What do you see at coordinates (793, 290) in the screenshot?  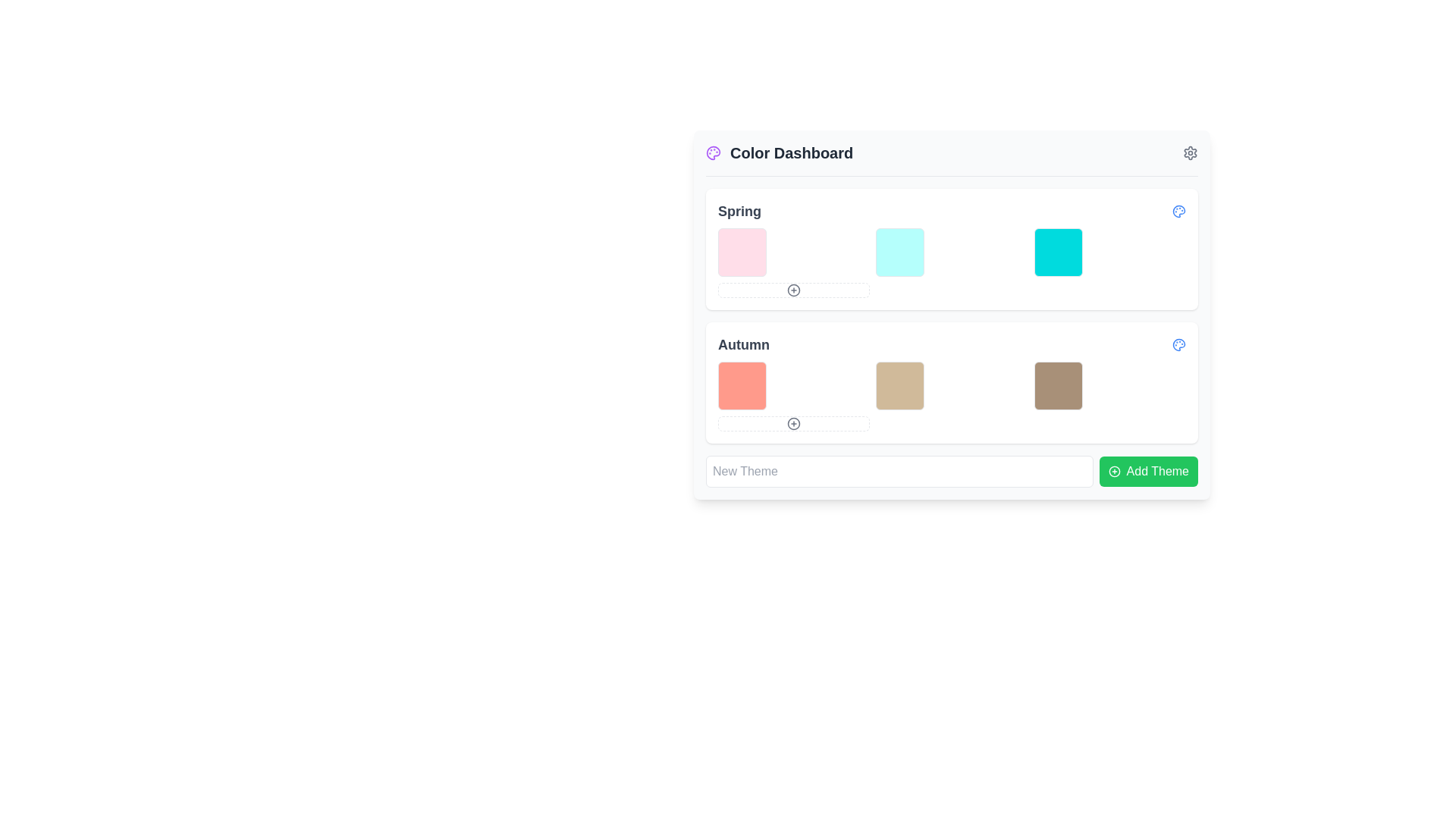 I see `the 'Add' button represented by the circle element in the 'Spring' section to trigger the action of adding a new component` at bounding box center [793, 290].